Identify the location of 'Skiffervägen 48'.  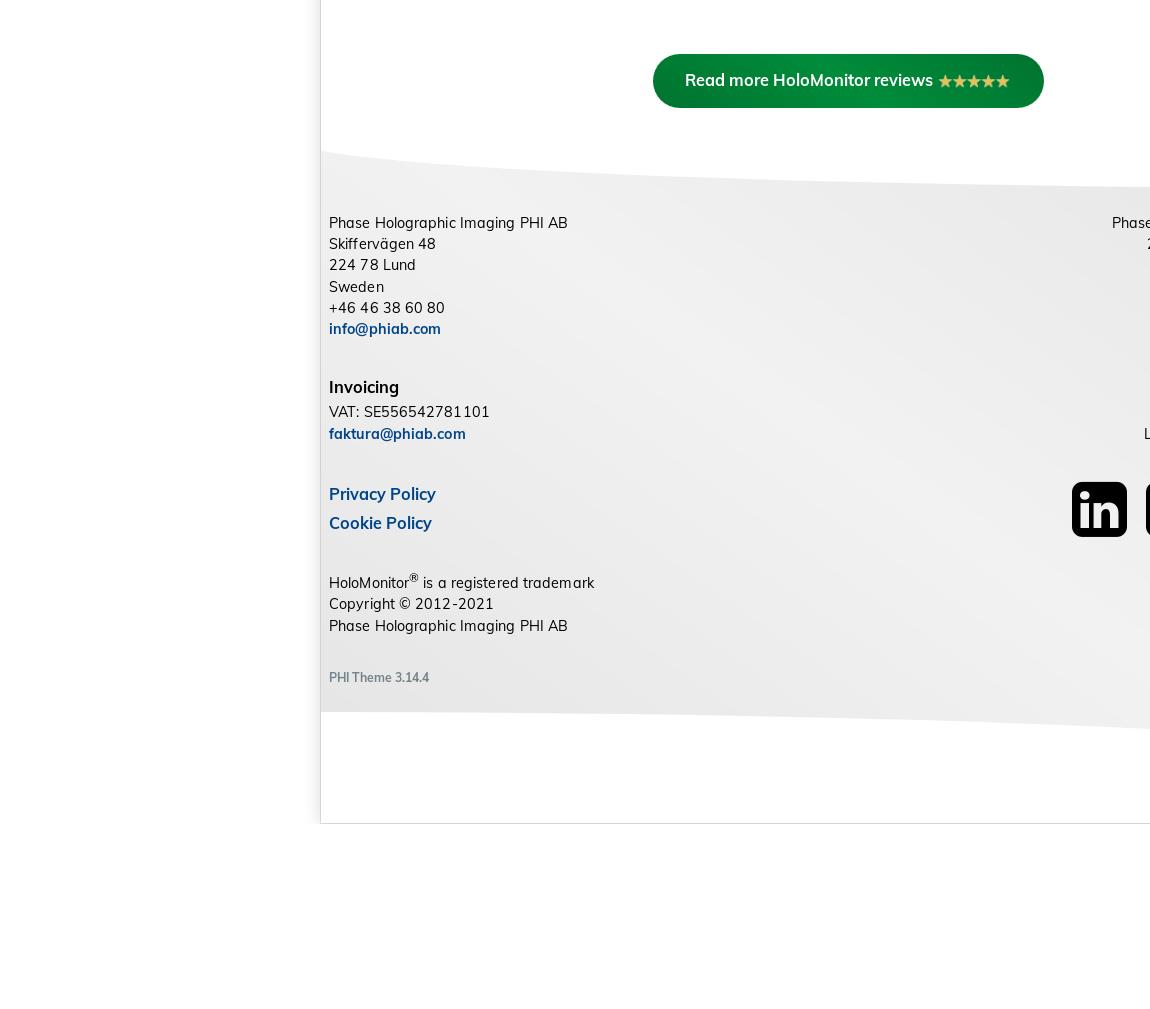
(382, 427).